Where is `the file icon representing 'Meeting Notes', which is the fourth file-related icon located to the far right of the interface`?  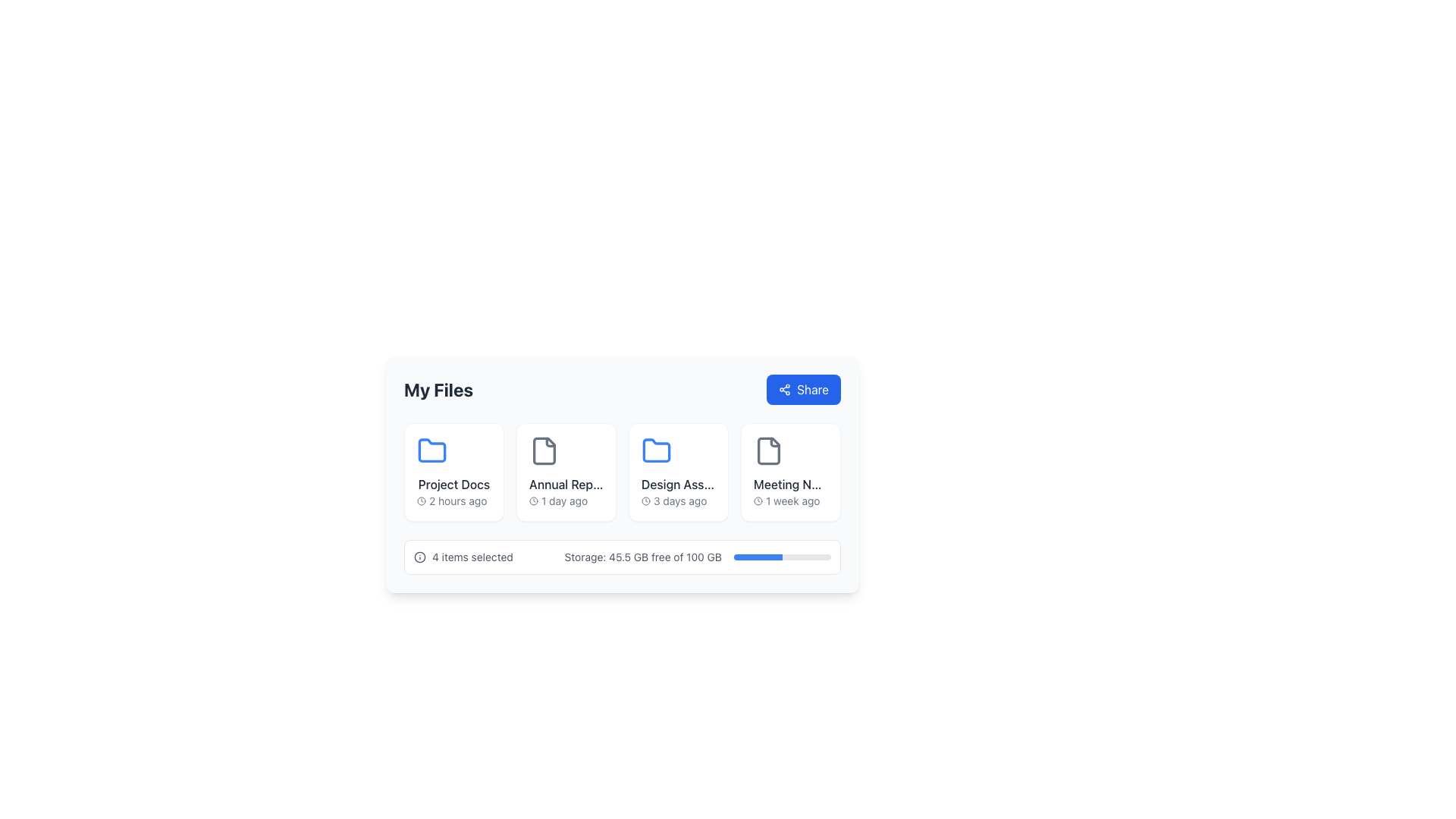
the file icon representing 'Meeting Notes', which is the fourth file-related icon located to the far right of the interface is located at coordinates (768, 450).